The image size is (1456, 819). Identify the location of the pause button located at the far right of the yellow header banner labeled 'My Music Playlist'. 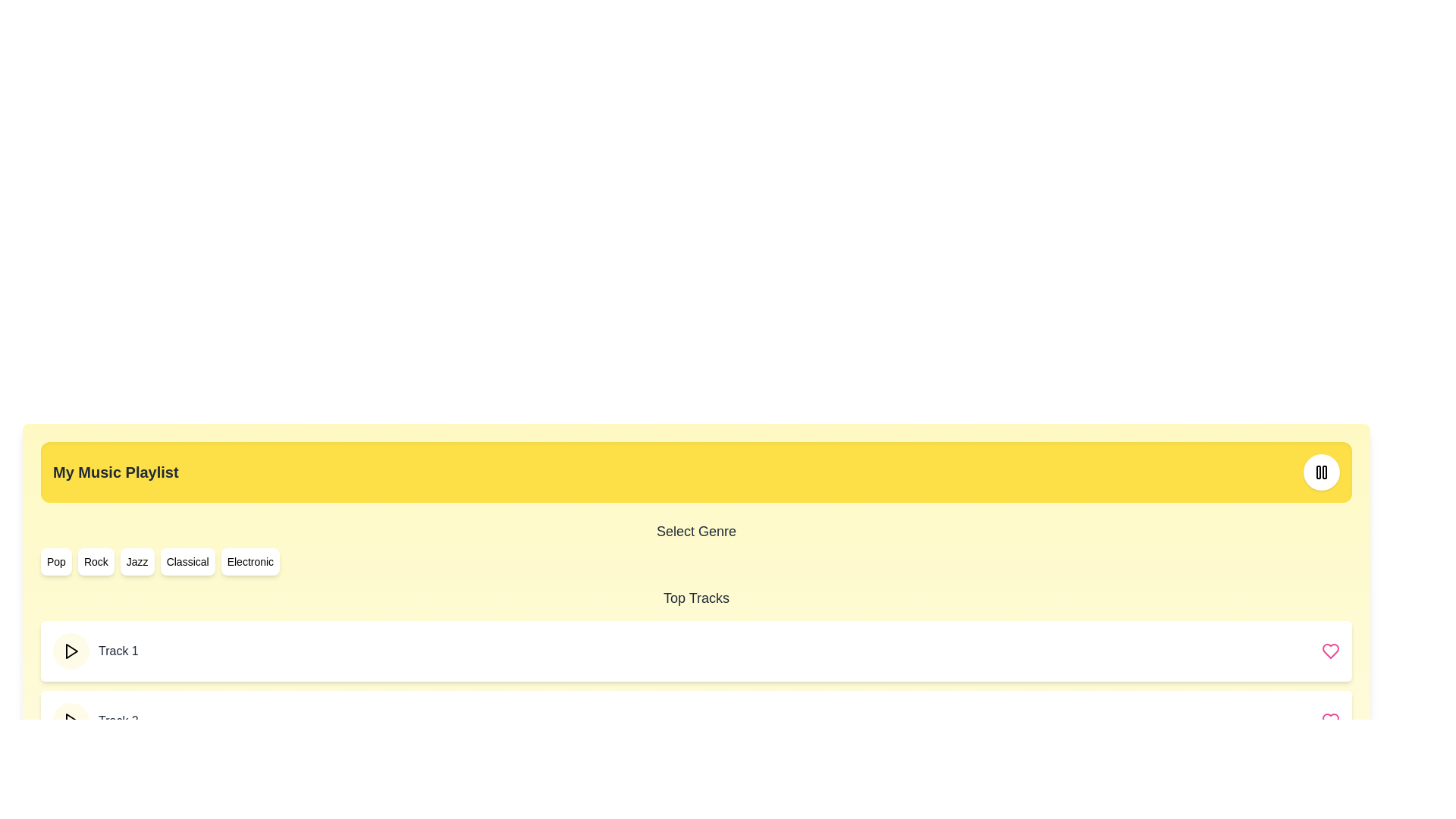
(1320, 472).